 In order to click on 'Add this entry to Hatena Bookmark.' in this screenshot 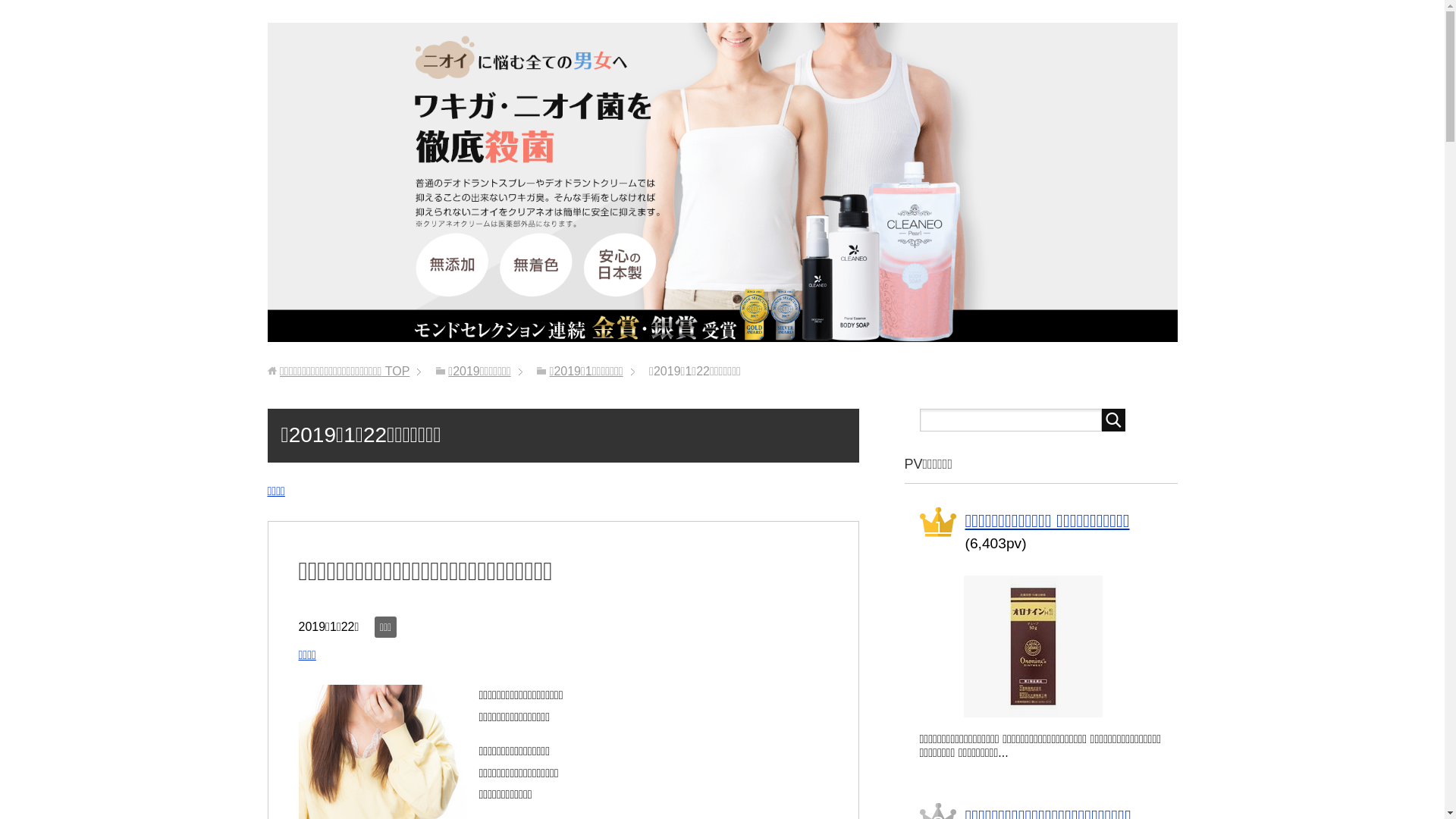, I will do `click(348, 656)`.